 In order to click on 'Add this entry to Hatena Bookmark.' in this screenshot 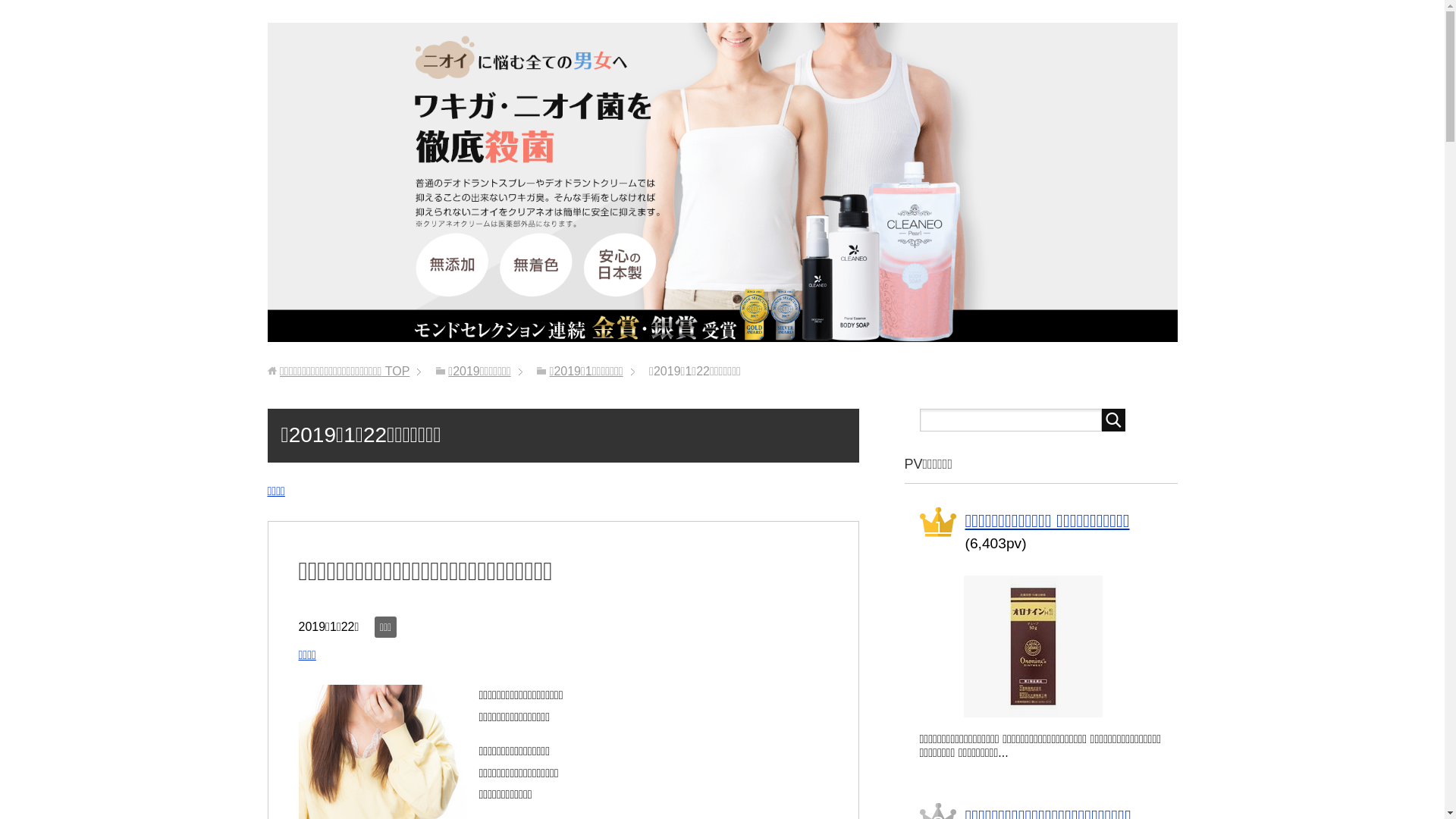, I will do `click(348, 656)`.